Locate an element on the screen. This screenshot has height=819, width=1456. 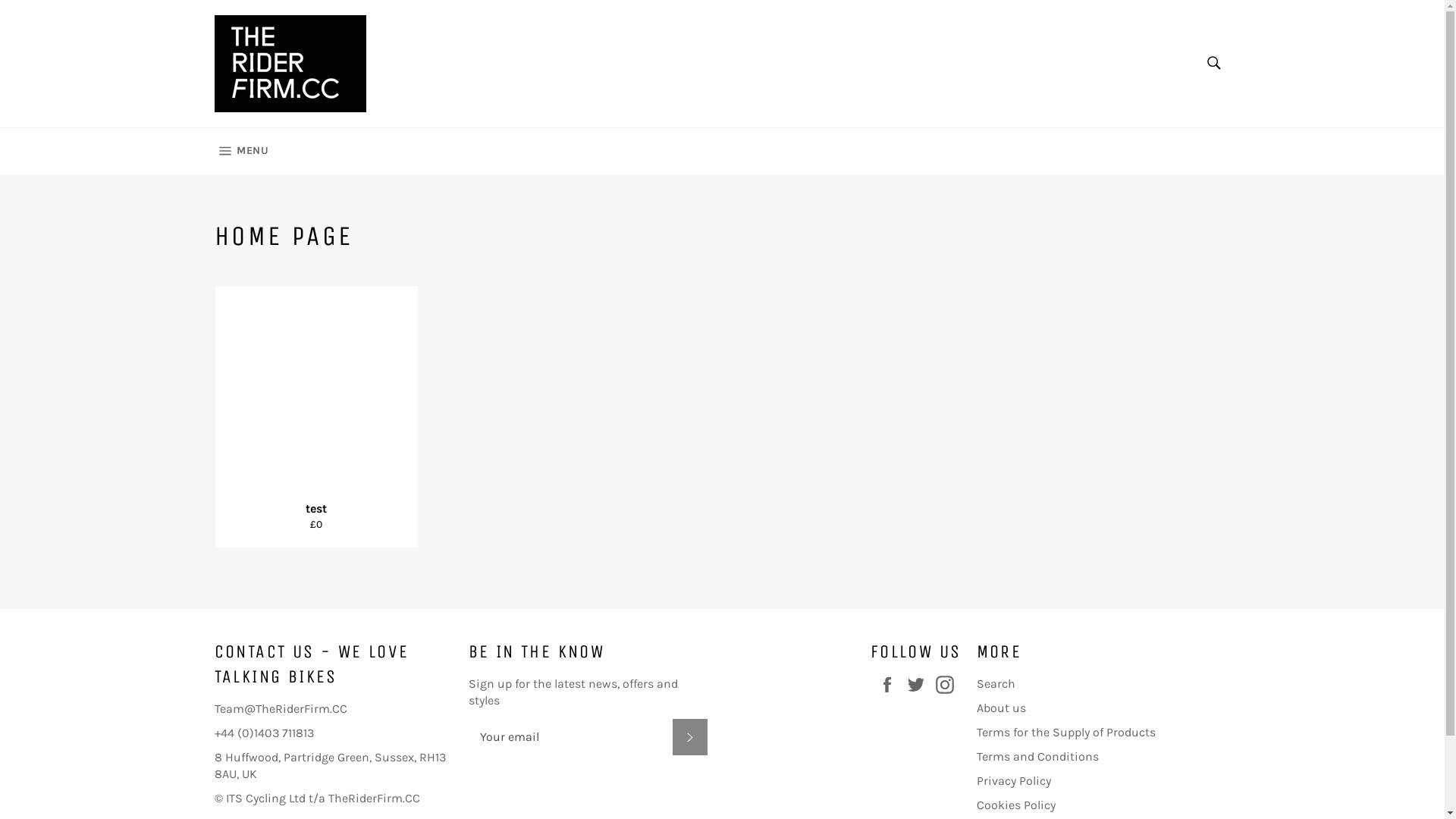
'Terms and Conditions' is located at coordinates (1037, 756).